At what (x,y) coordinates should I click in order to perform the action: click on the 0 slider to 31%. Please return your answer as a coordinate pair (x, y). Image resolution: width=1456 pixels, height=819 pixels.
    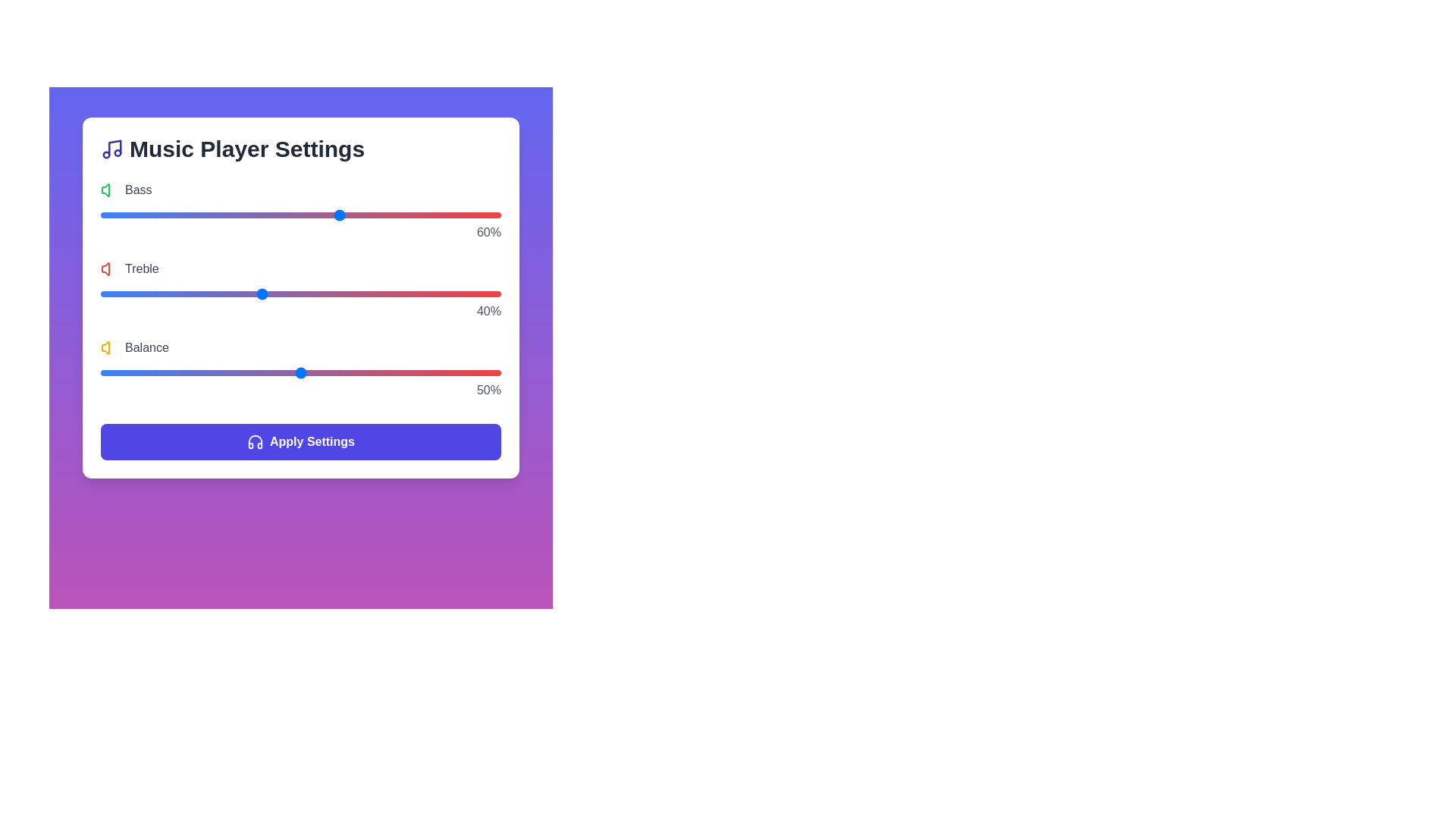
    Looking at the image, I should click on (224, 215).